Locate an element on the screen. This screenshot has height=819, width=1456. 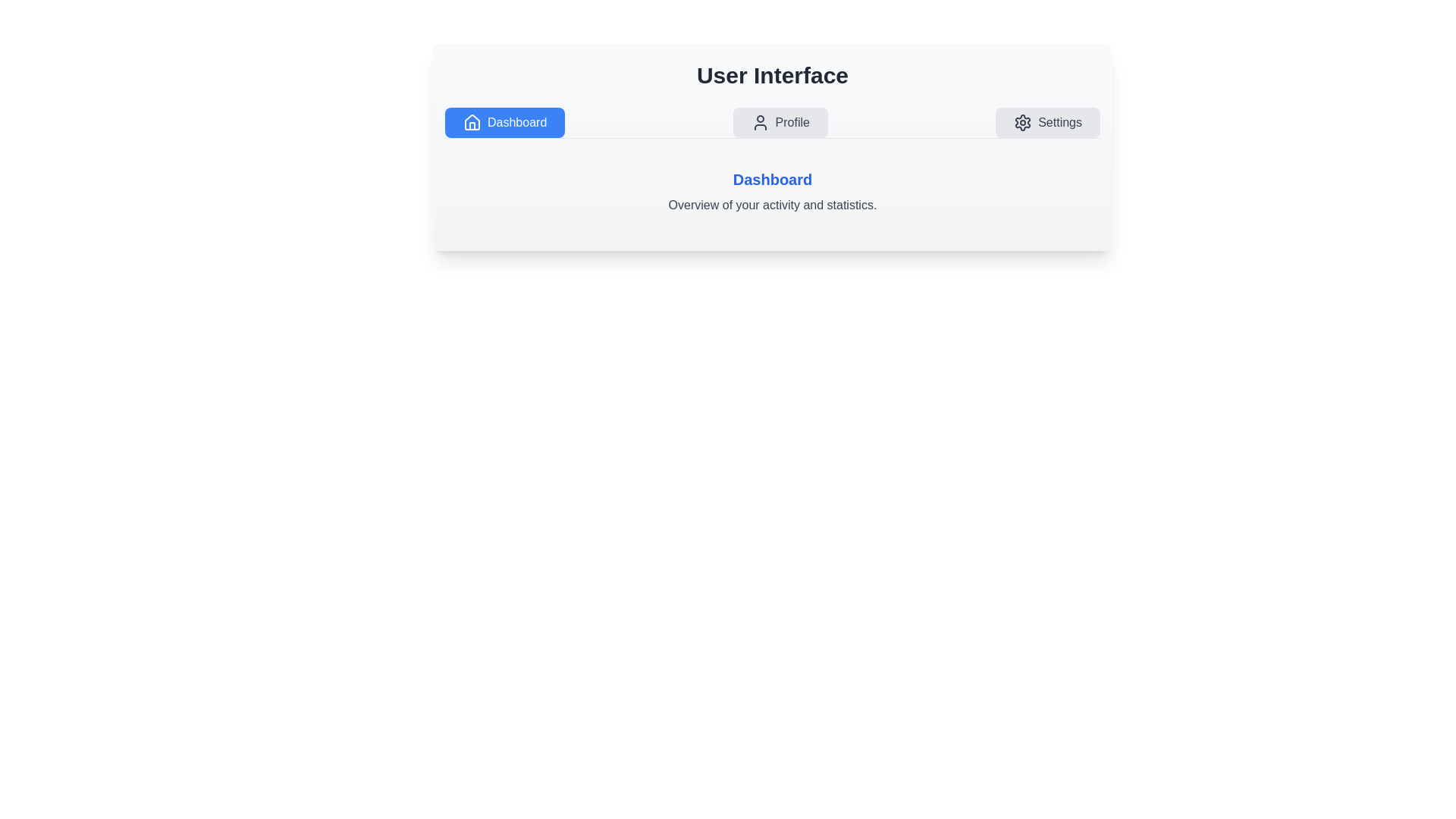
the Dashboard tab to view its content is located at coordinates (505, 122).